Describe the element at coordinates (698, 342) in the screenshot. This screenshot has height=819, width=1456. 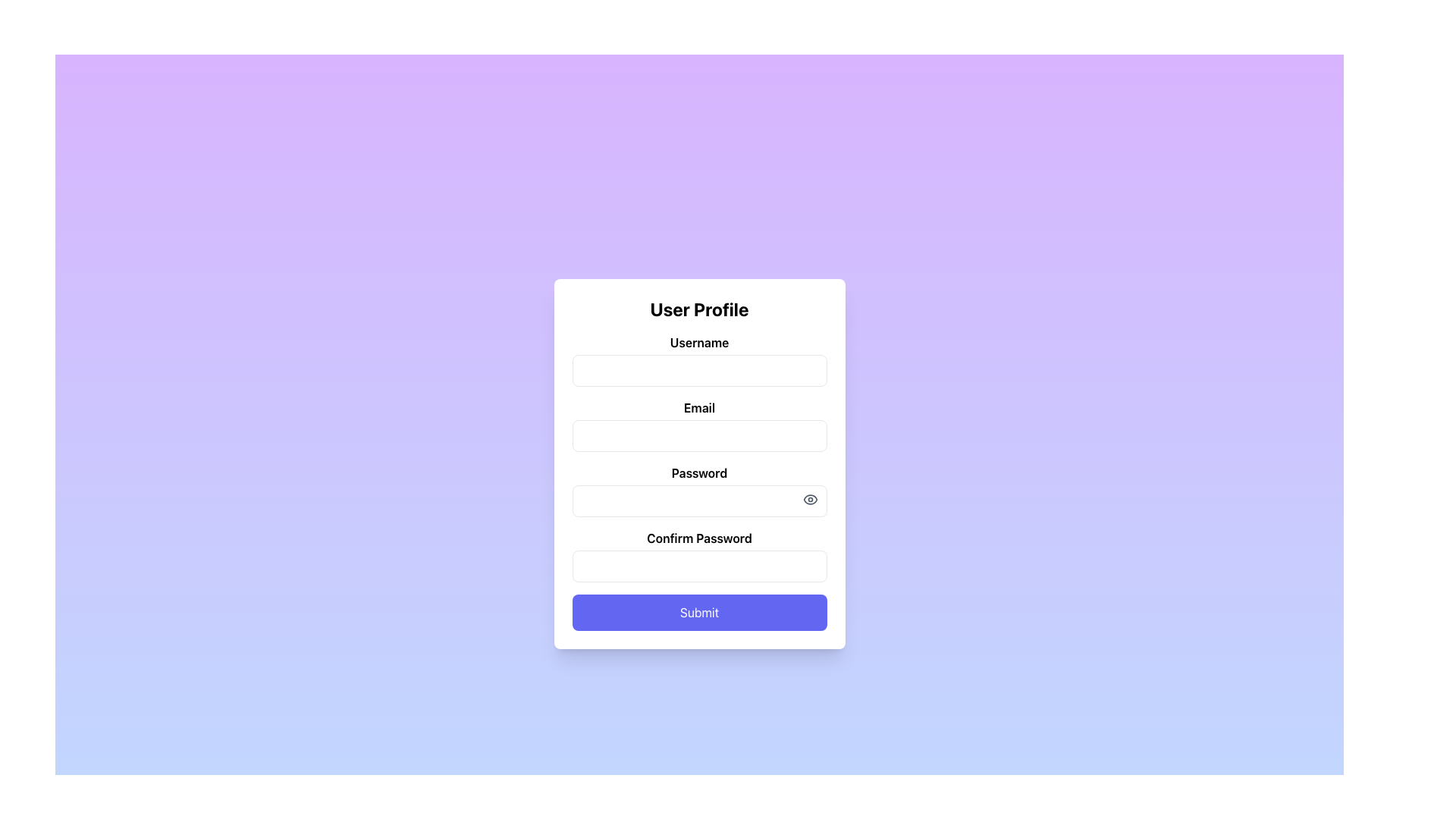
I see `the 'Username' text label, which is styled in bold font, positioned above the username input field in the 'User Profile' form` at that location.